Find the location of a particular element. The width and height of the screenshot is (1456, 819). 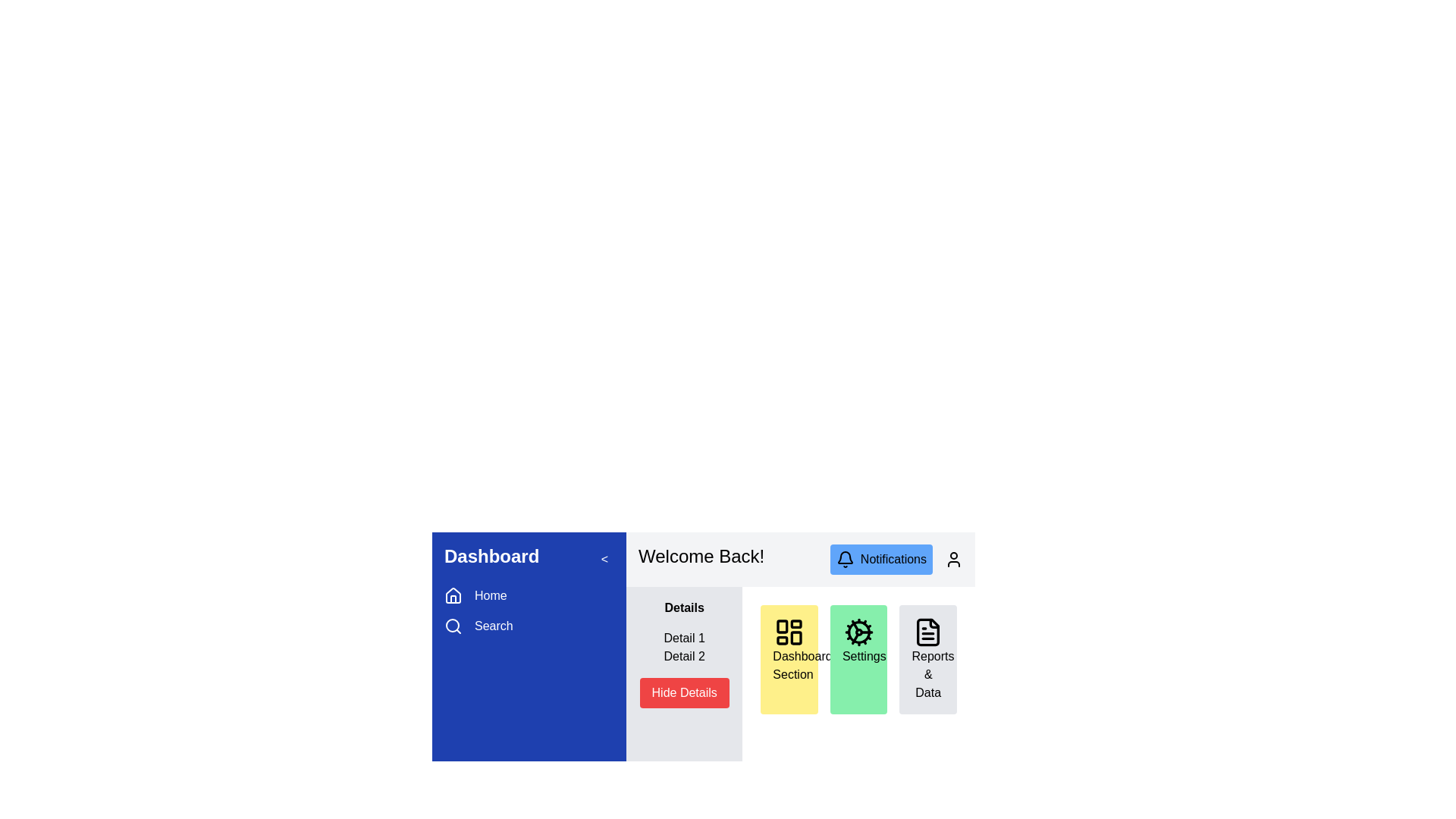

the dashboard icon, which is a graphical icon resembling a dashboard layout with a black outline on a yellow background is located at coordinates (789, 632).